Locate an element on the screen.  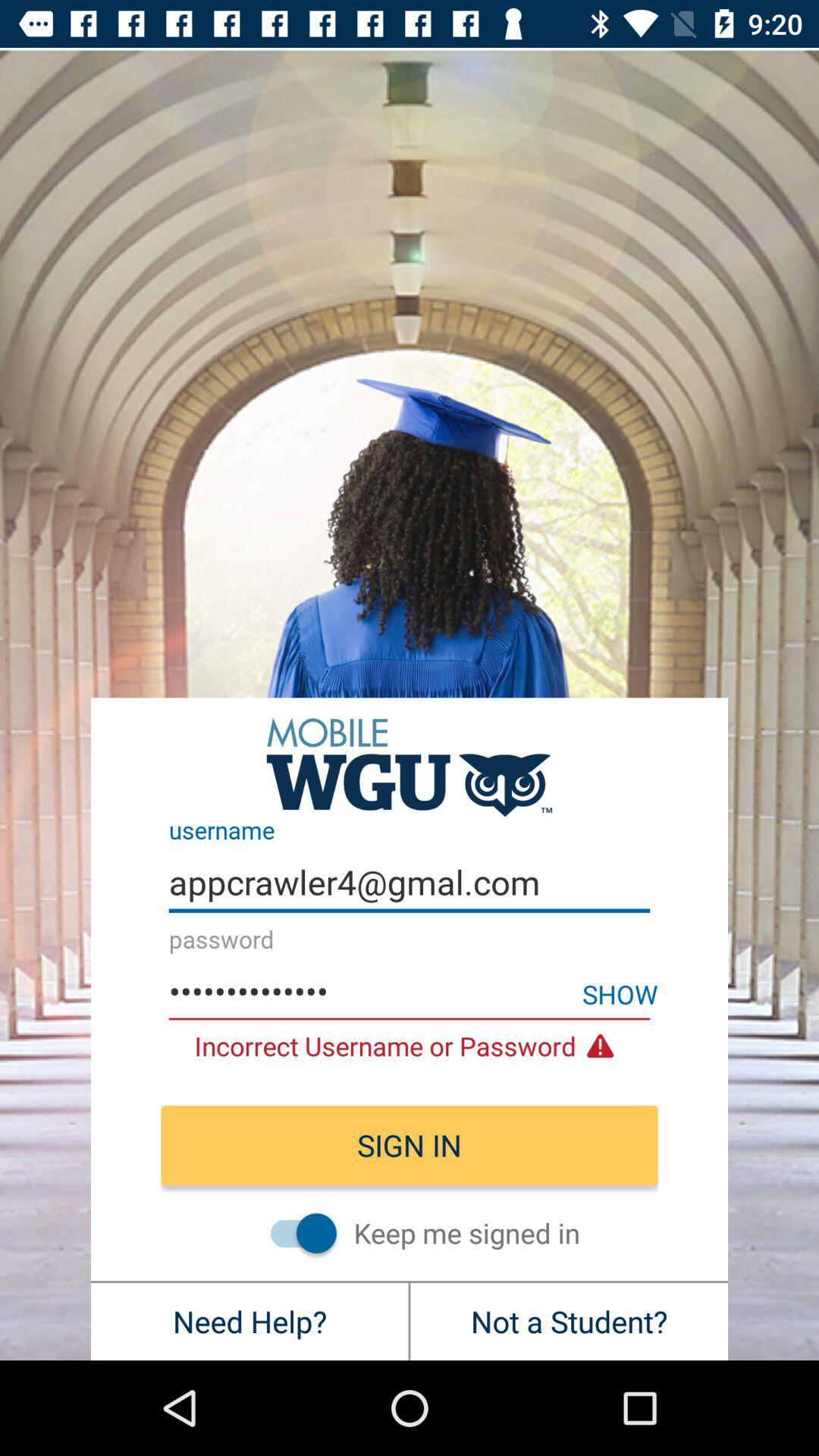
icon above the need help? item is located at coordinates (296, 1233).